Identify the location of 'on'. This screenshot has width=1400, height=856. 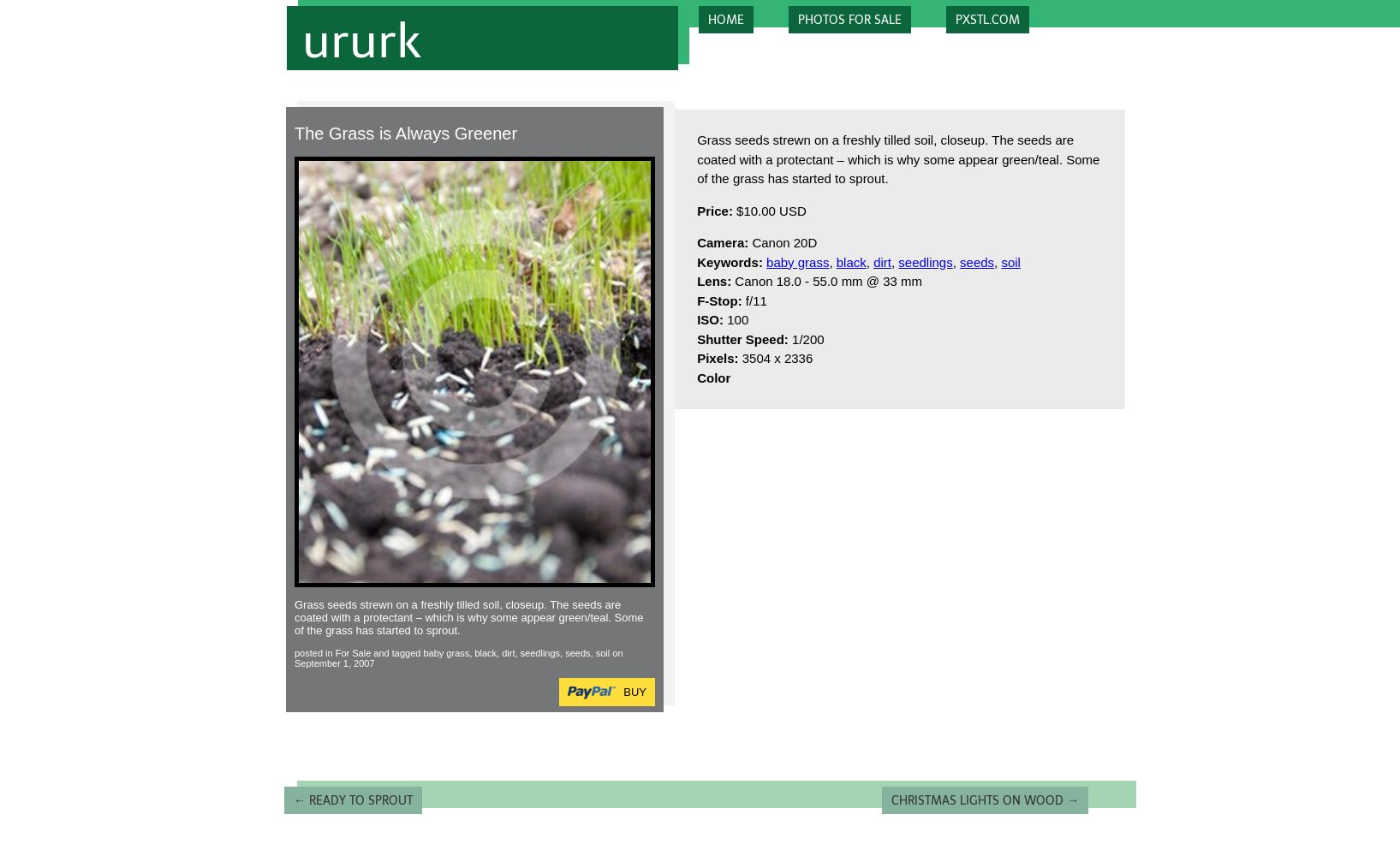
(616, 652).